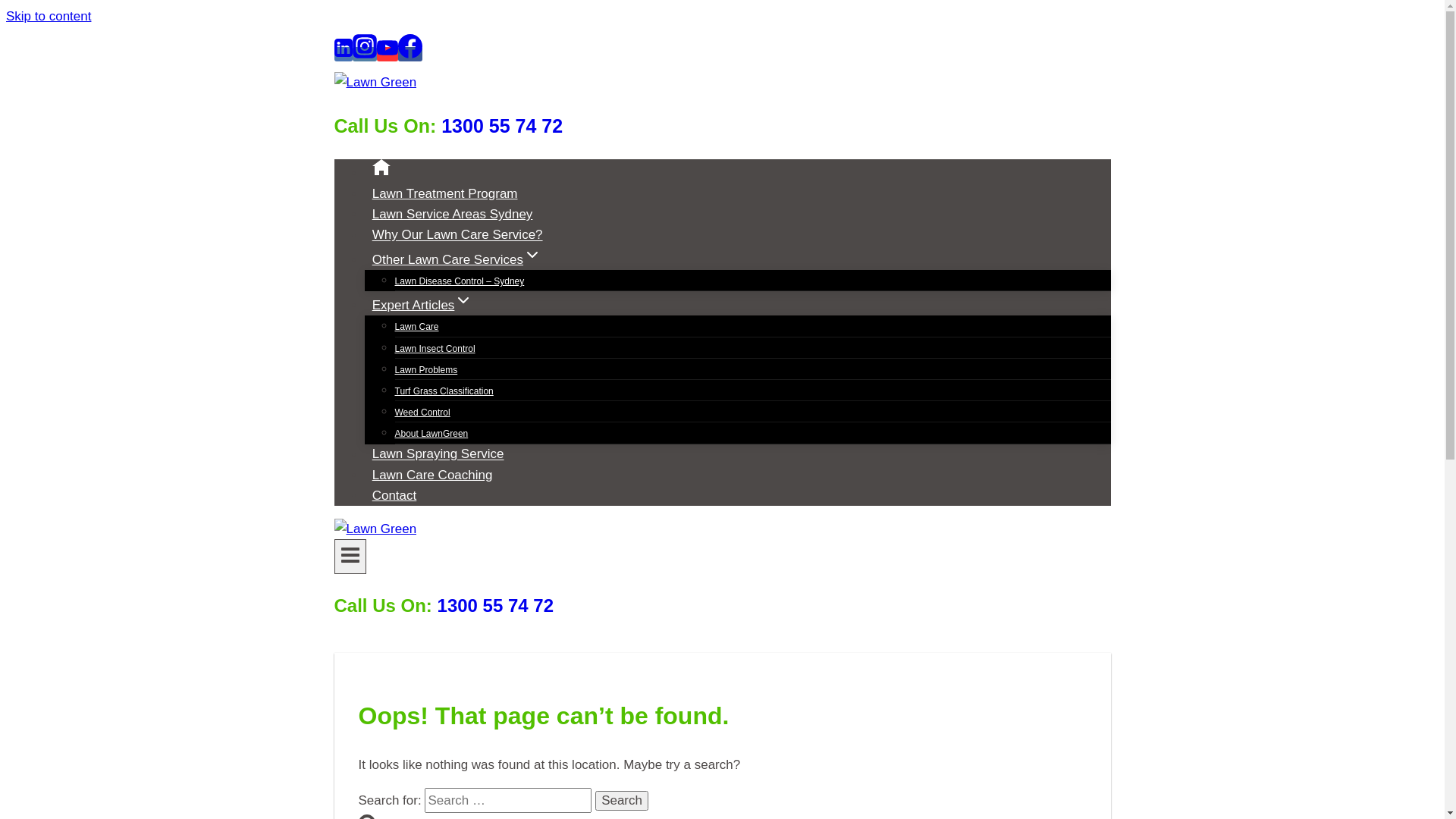  What do you see at coordinates (409, 53) in the screenshot?
I see `'Facebook'` at bounding box center [409, 53].